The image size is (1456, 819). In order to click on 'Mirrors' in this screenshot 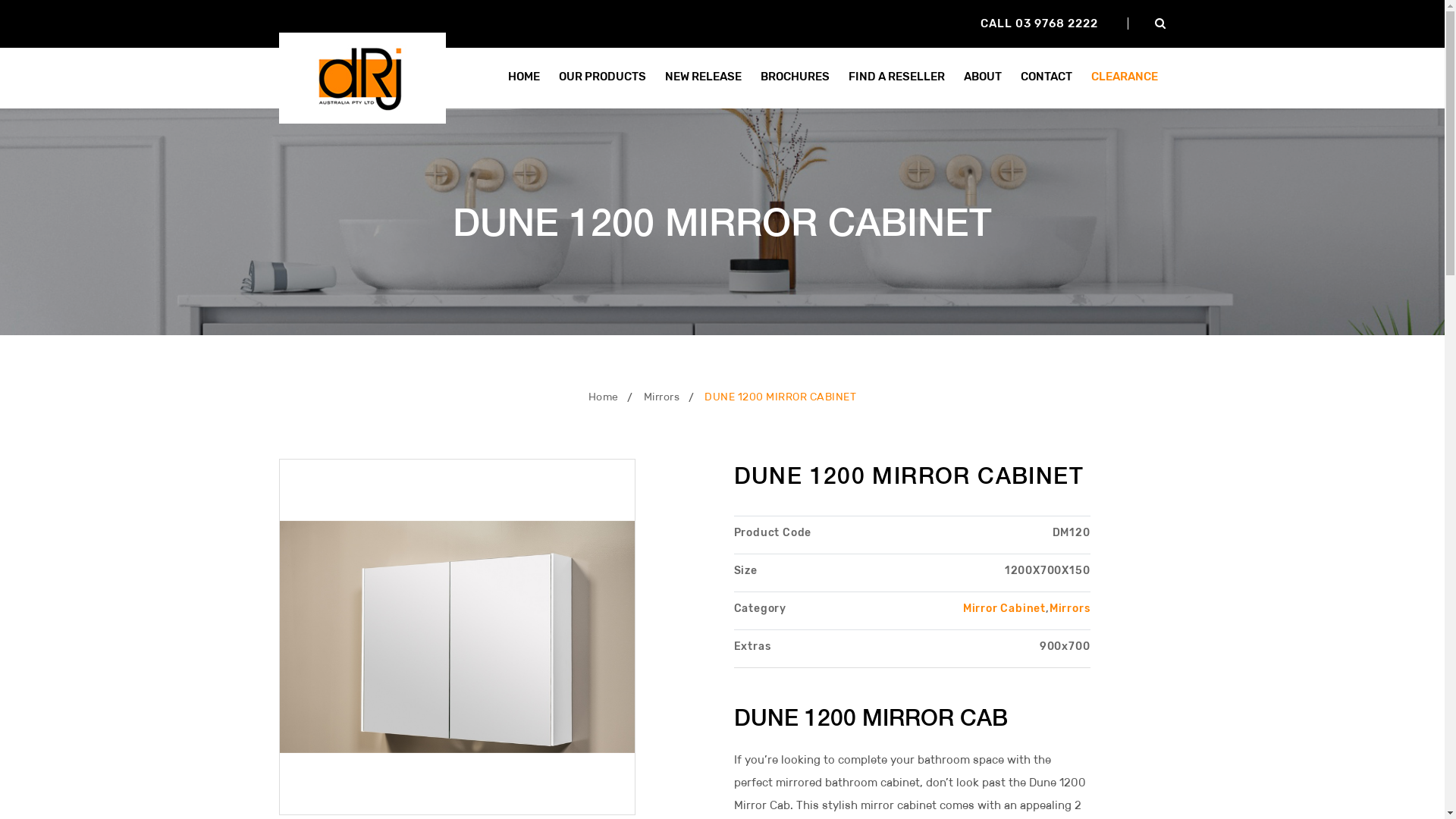, I will do `click(1069, 607)`.